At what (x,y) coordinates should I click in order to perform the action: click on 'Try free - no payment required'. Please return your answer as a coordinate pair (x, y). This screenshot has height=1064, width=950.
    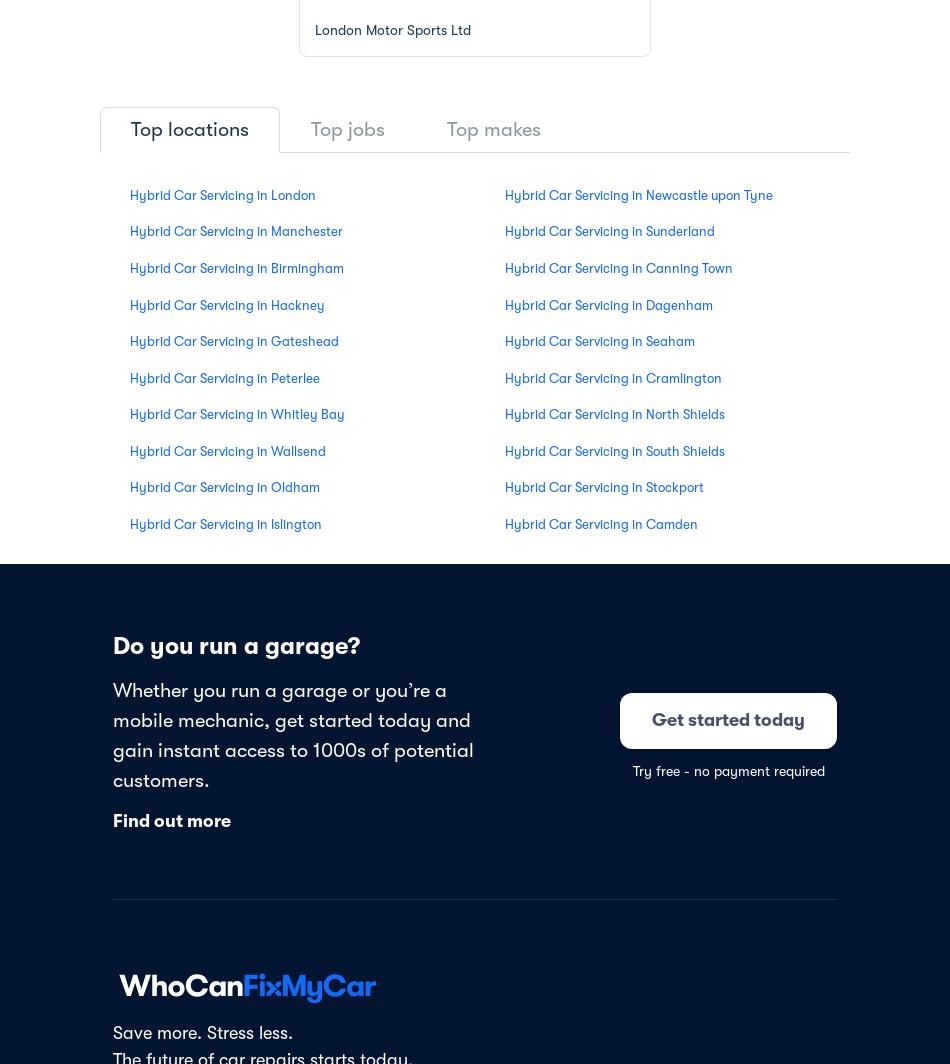
    Looking at the image, I should click on (726, 770).